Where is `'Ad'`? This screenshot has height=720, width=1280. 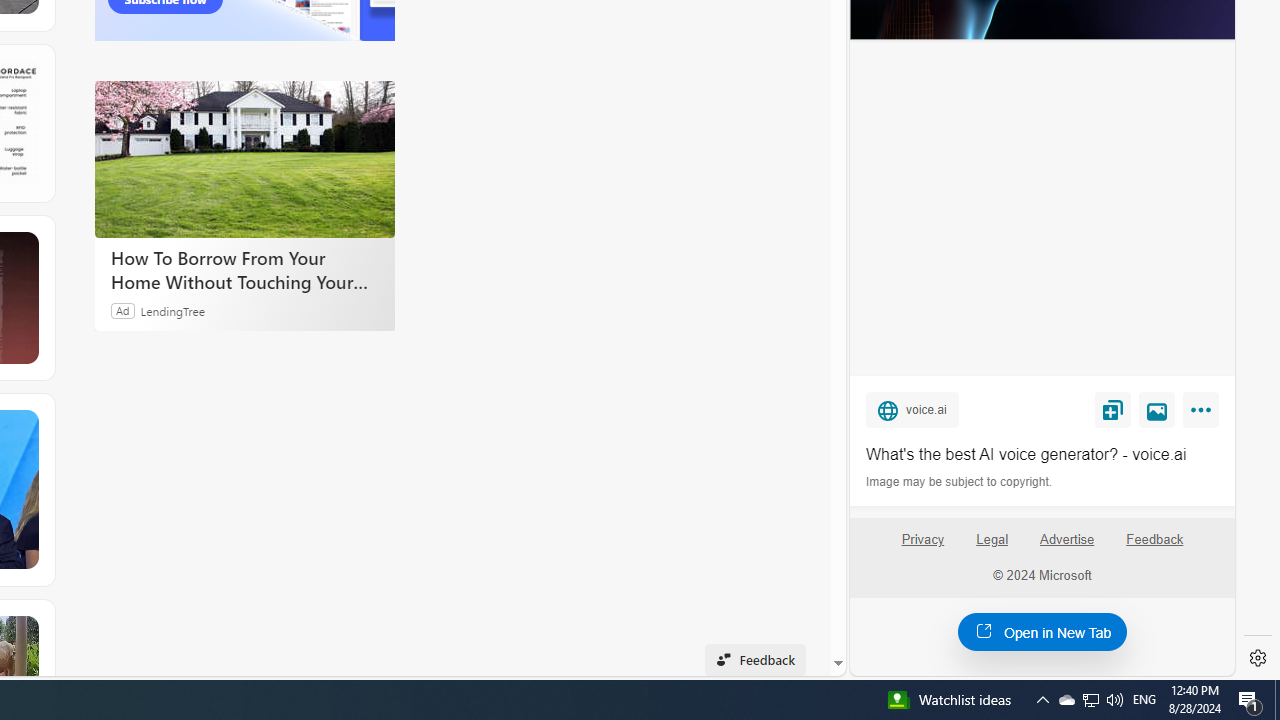
'Ad' is located at coordinates (122, 310).